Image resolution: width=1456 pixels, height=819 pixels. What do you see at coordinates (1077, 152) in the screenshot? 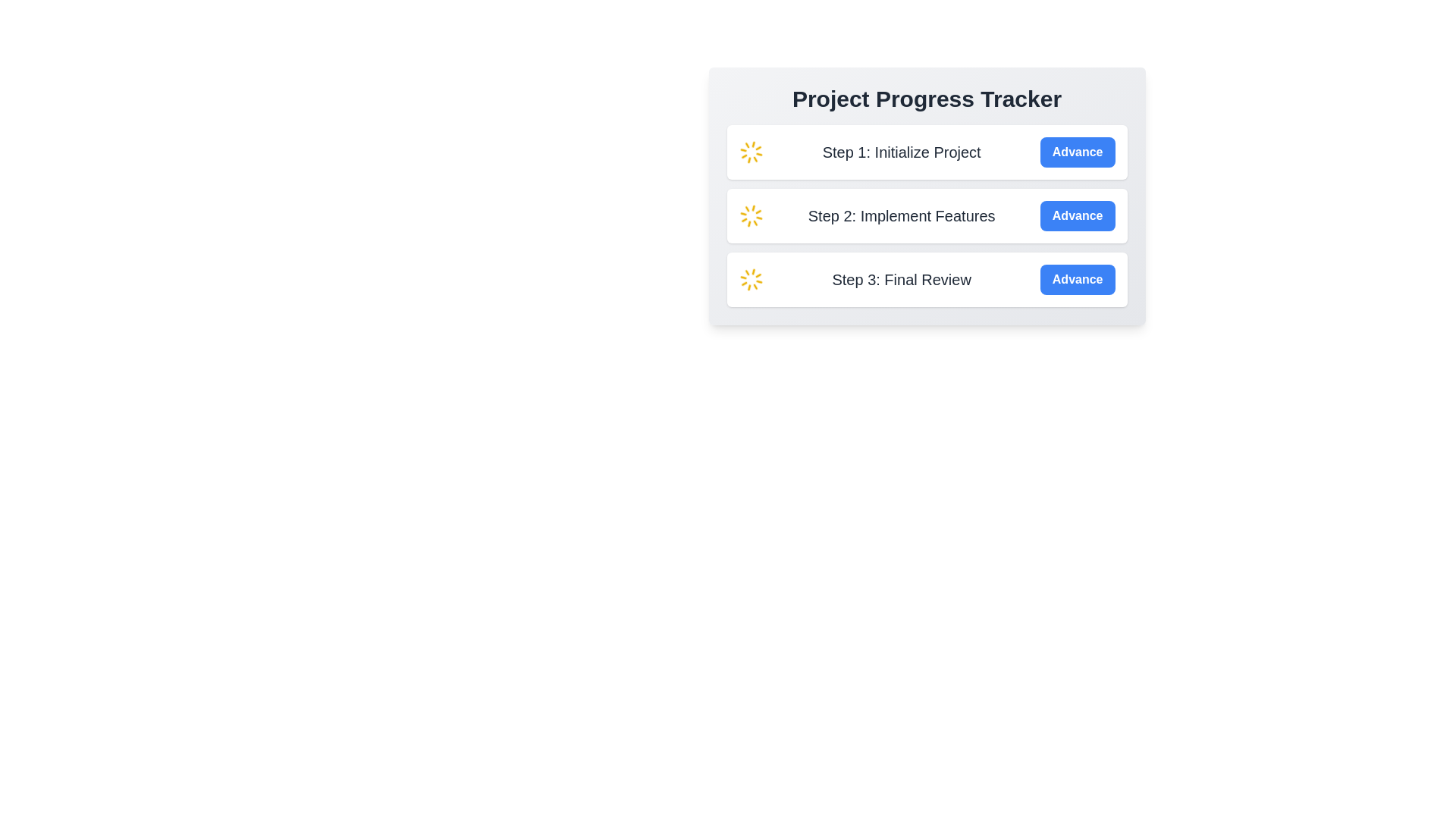
I see `the blue rounded rectangular button labeled 'Advance'` at bounding box center [1077, 152].